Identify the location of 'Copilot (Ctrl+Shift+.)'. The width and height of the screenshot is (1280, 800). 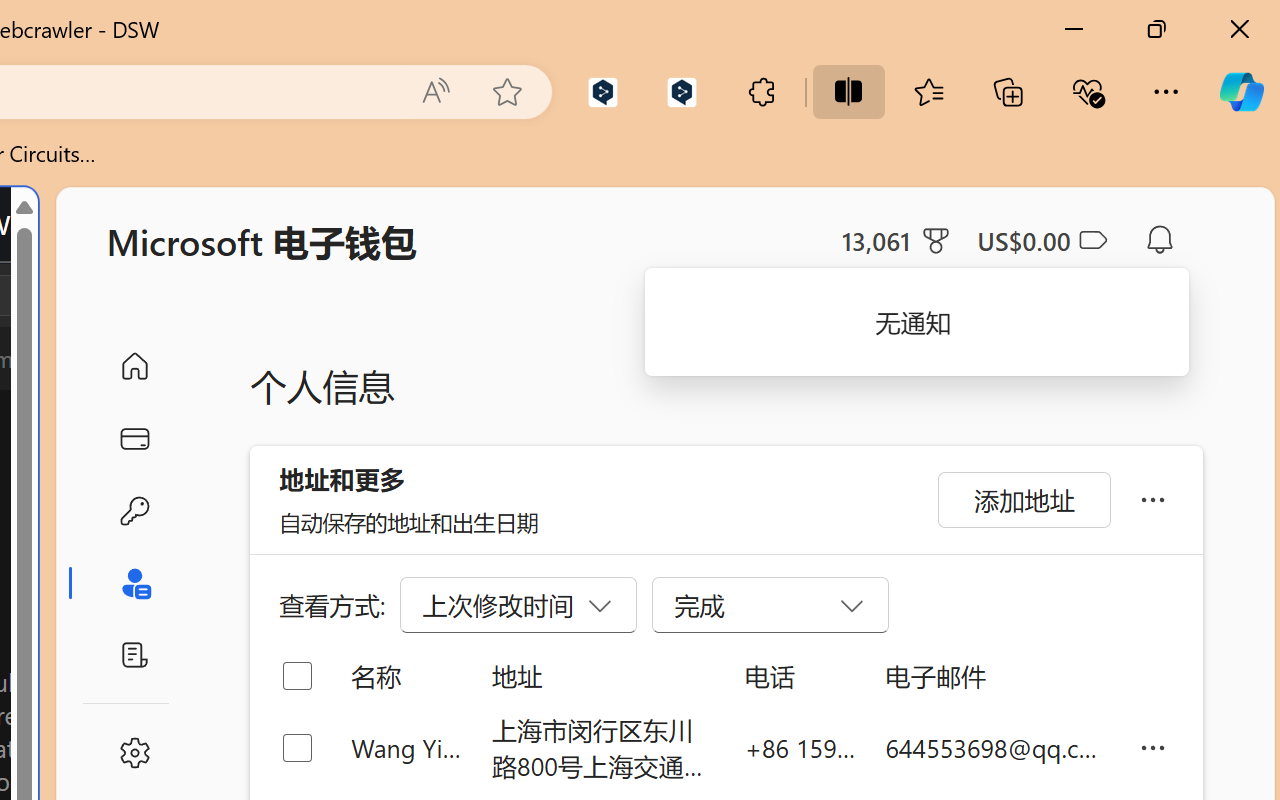
(1240, 91).